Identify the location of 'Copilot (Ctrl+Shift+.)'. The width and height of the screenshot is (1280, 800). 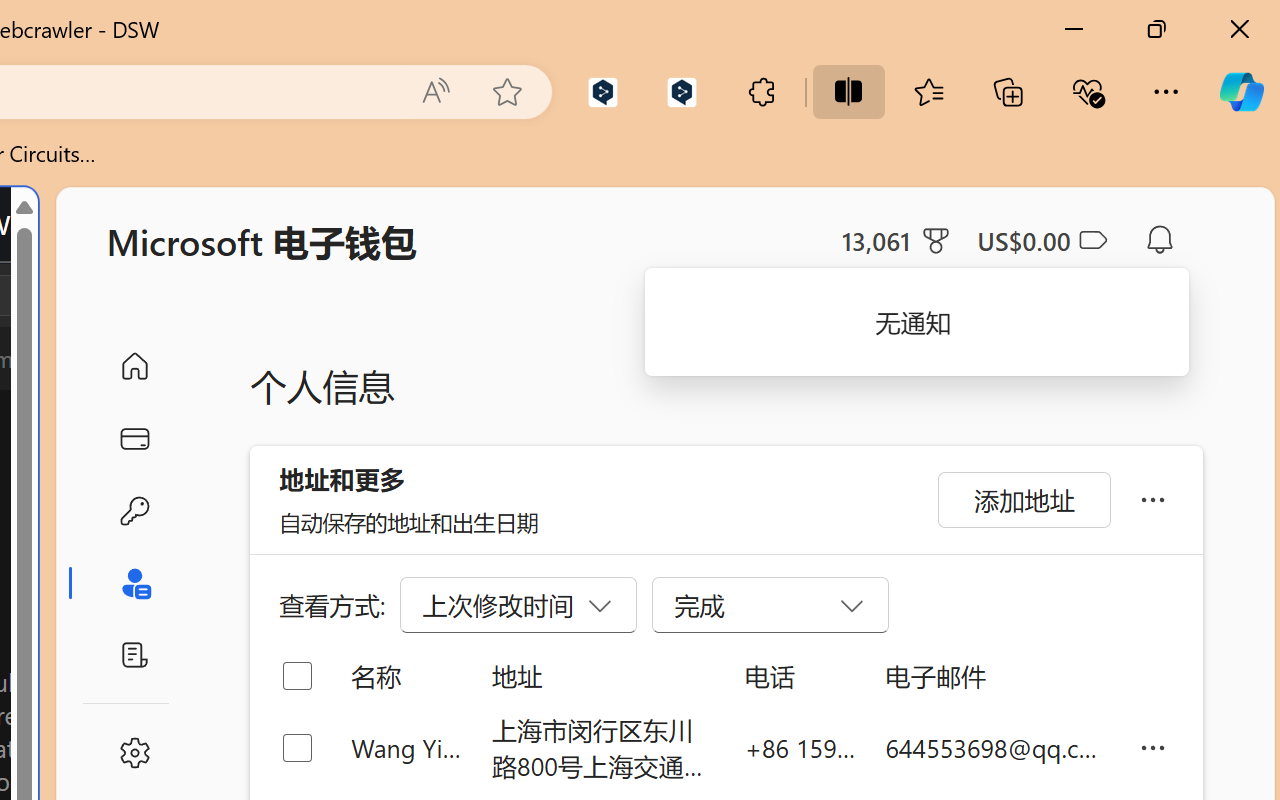
(1240, 91).